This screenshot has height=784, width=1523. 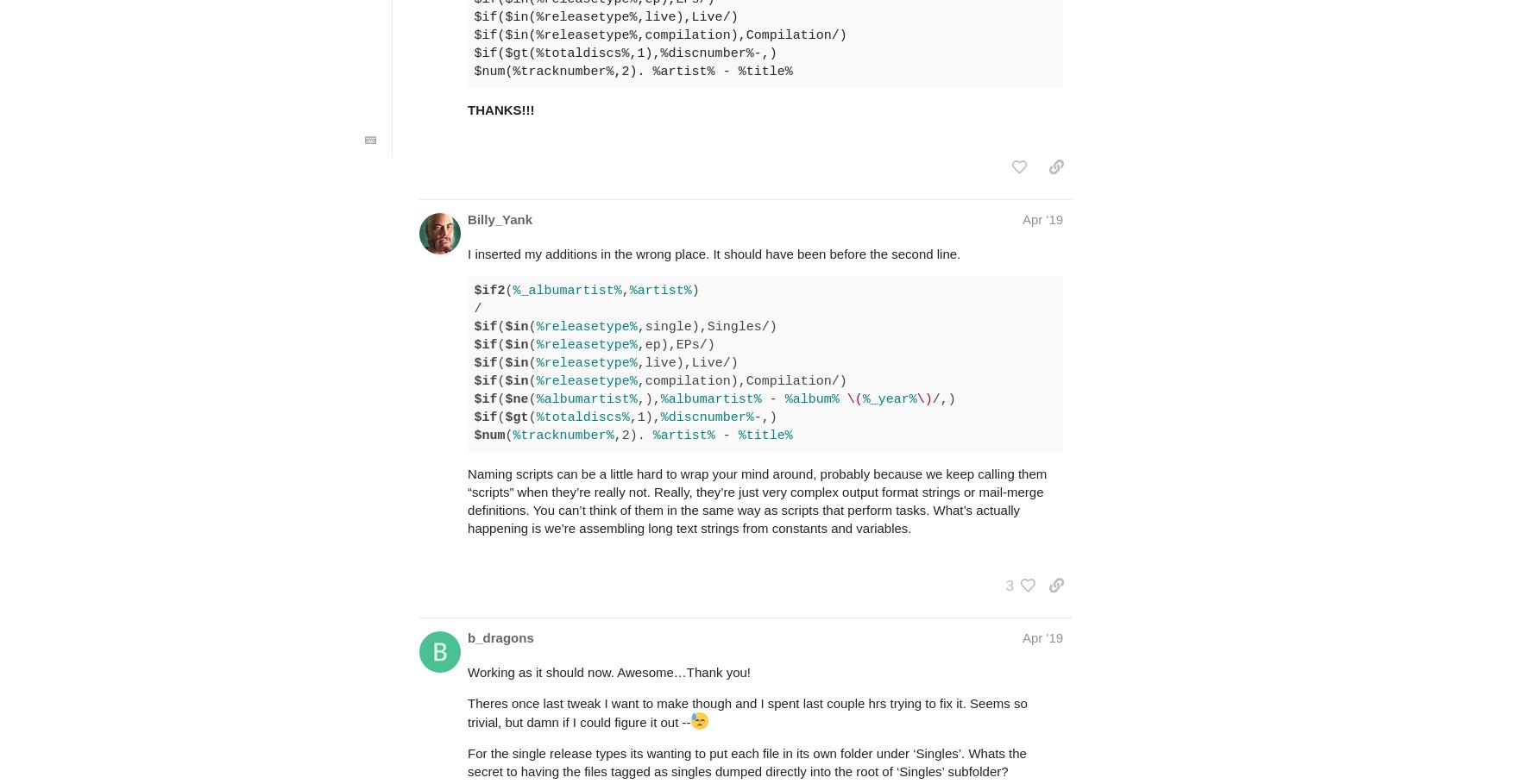 I want to click on '%title%', so click(x=765, y=435).